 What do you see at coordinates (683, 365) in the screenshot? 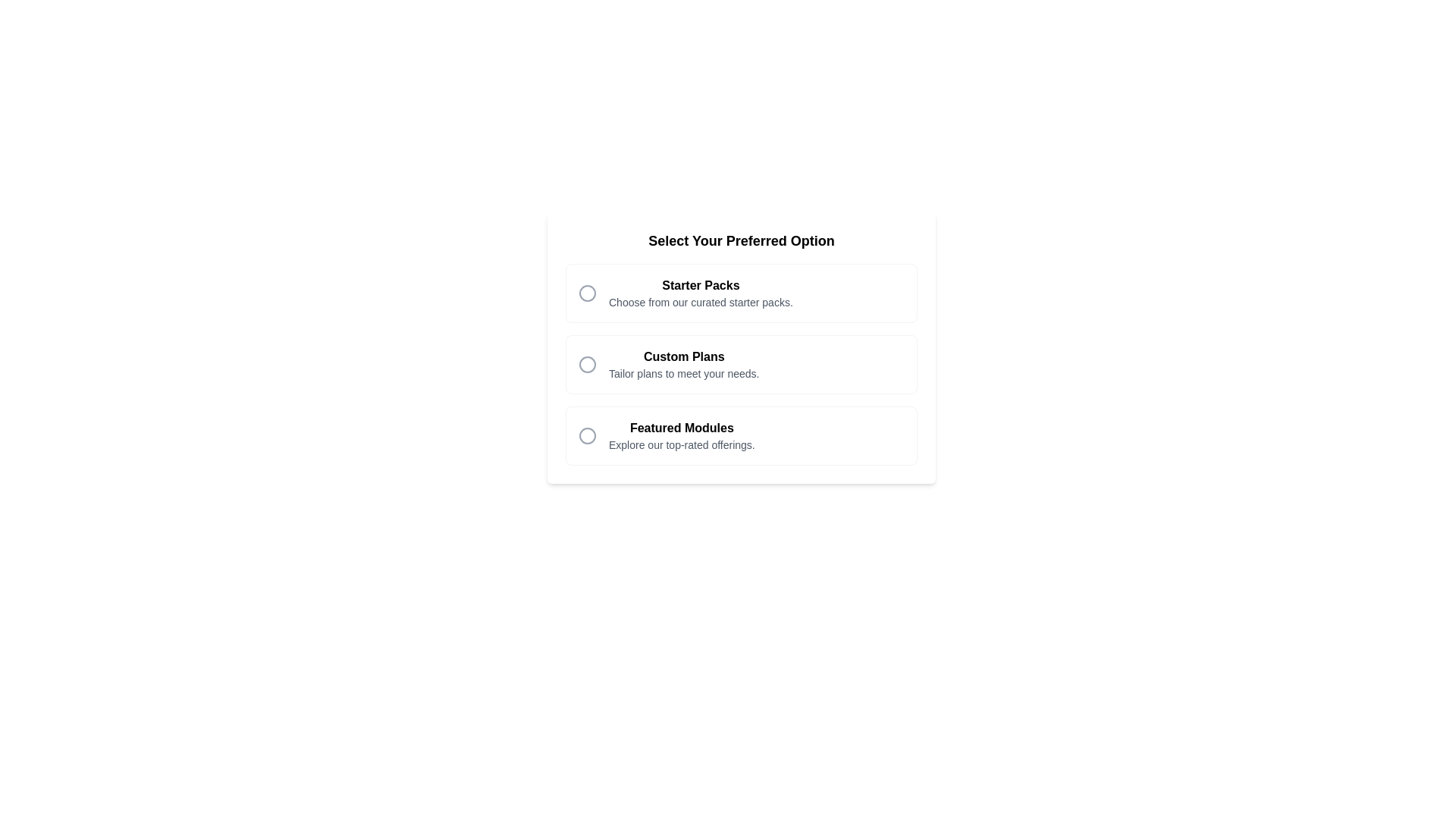
I see `the text display element that shows 'Custom Plans' in bold and 'Tailor plans to meet your needs.' in lighter gray, located centrally within the second option of a vertically stacked list of cards` at bounding box center [683, 365].